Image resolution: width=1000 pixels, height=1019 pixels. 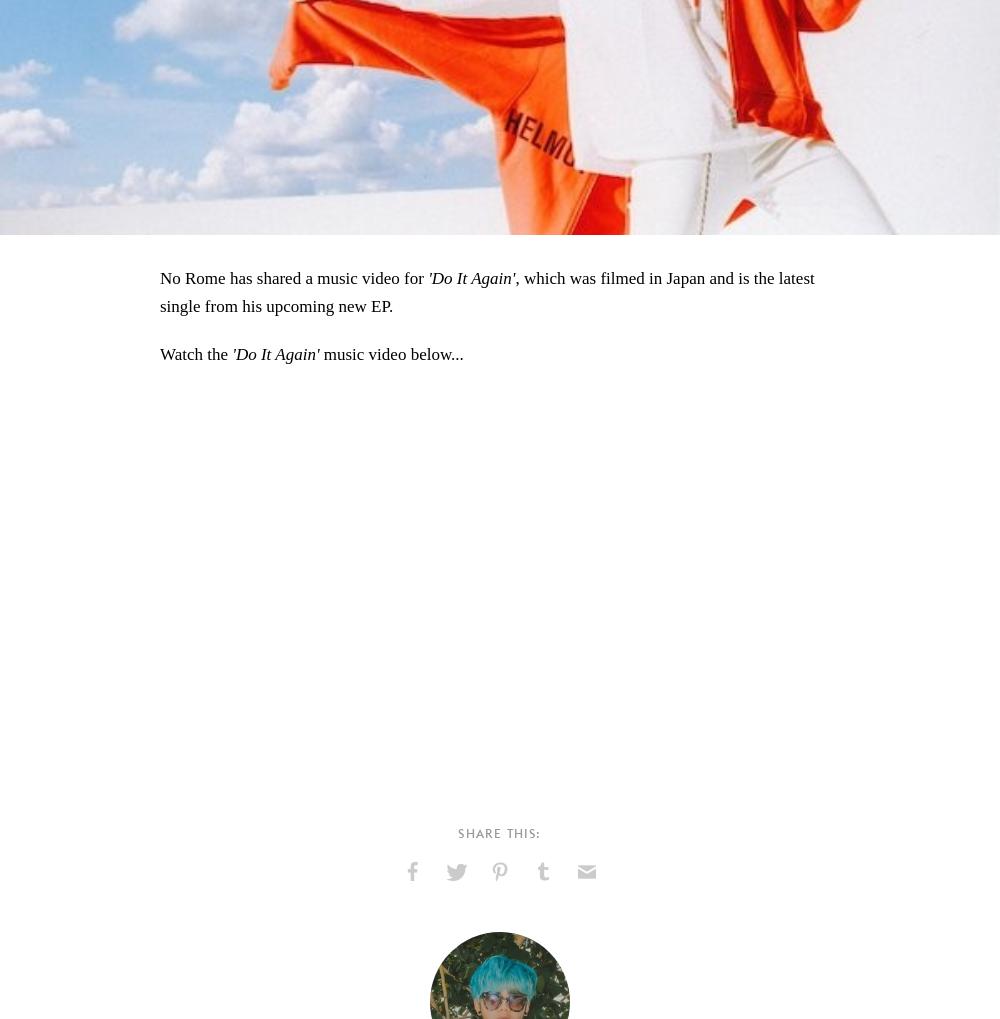 I want to click on 'Send via Email', so click(x=593, y=913).